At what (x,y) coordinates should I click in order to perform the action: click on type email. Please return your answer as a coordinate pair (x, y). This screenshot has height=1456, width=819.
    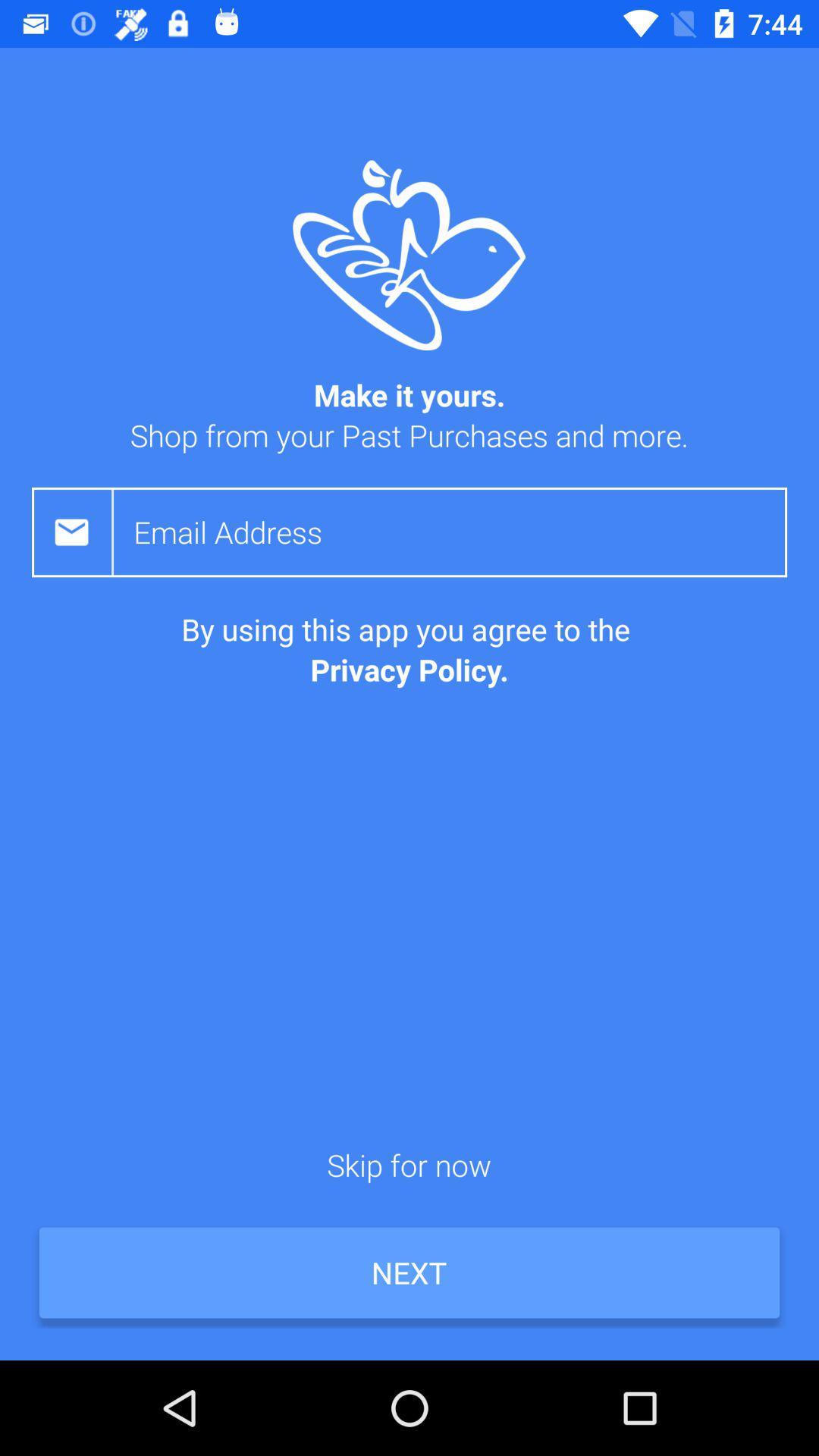
    Looking at the image, I should click on (460, 532).